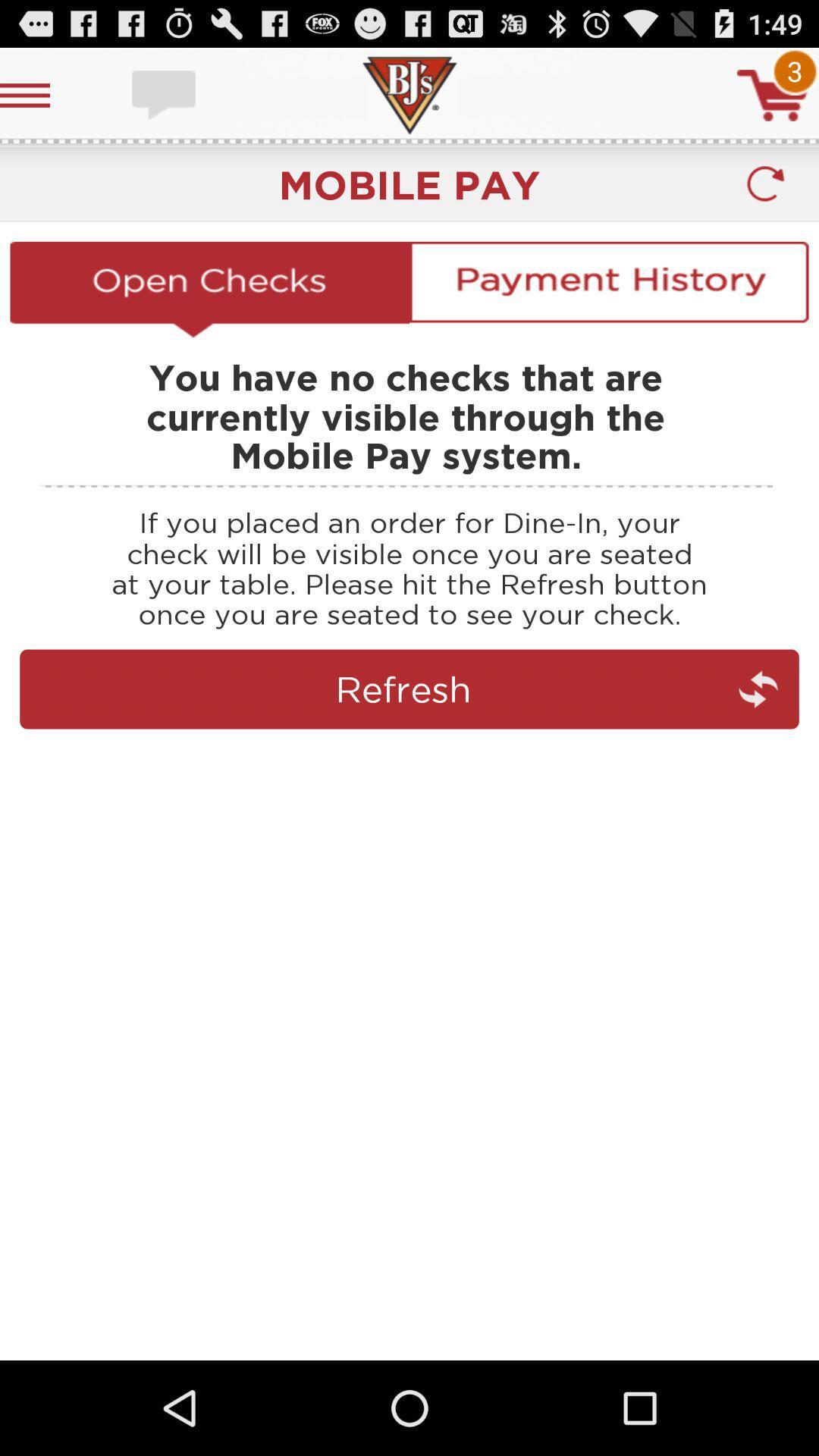 The width and height of the screenshot is (819, 1456). Describe the element at coordinates (209, 289) in the screenshot. I see `open checks` at that location.